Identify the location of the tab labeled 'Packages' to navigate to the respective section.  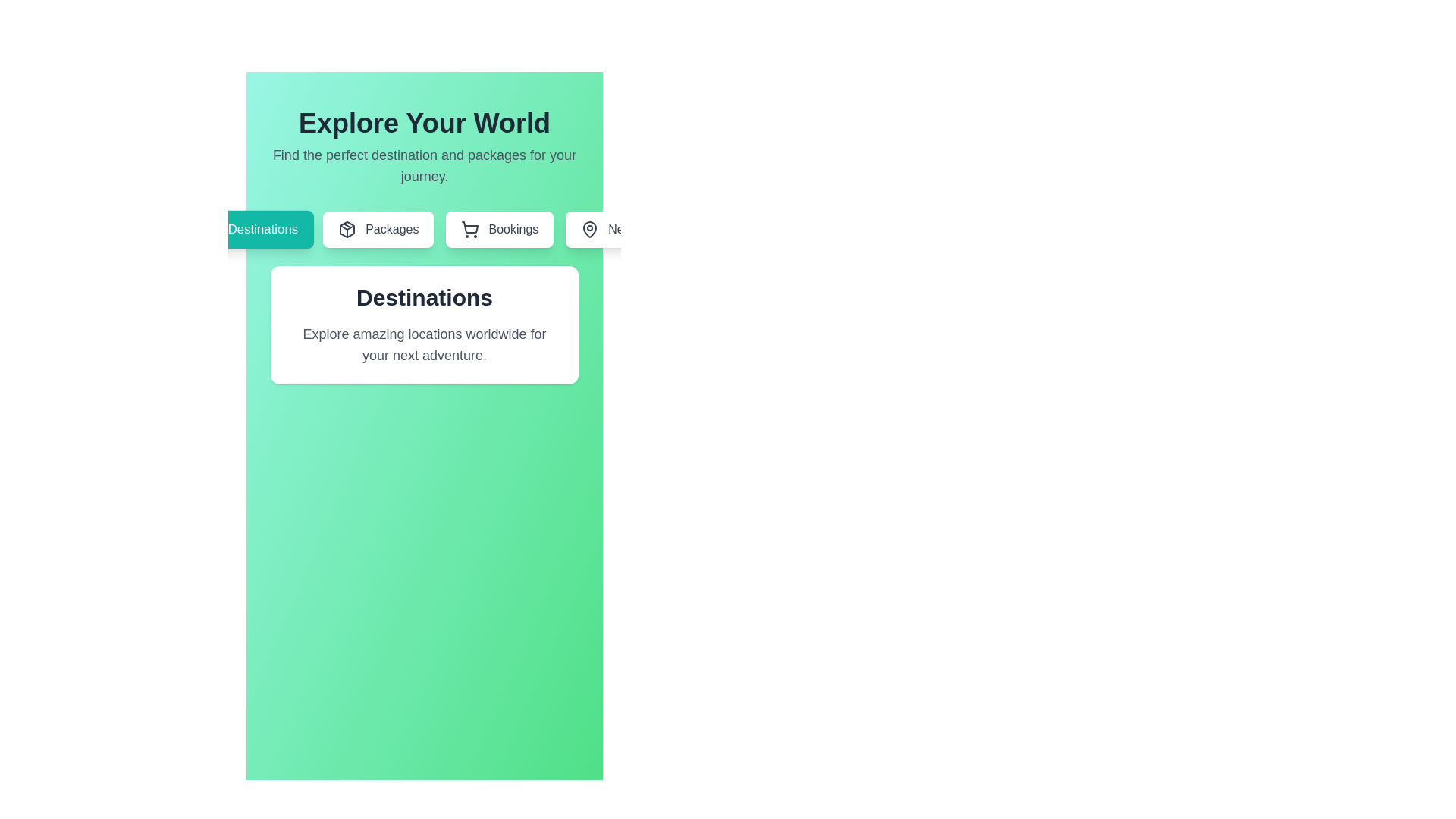
(378, 230).